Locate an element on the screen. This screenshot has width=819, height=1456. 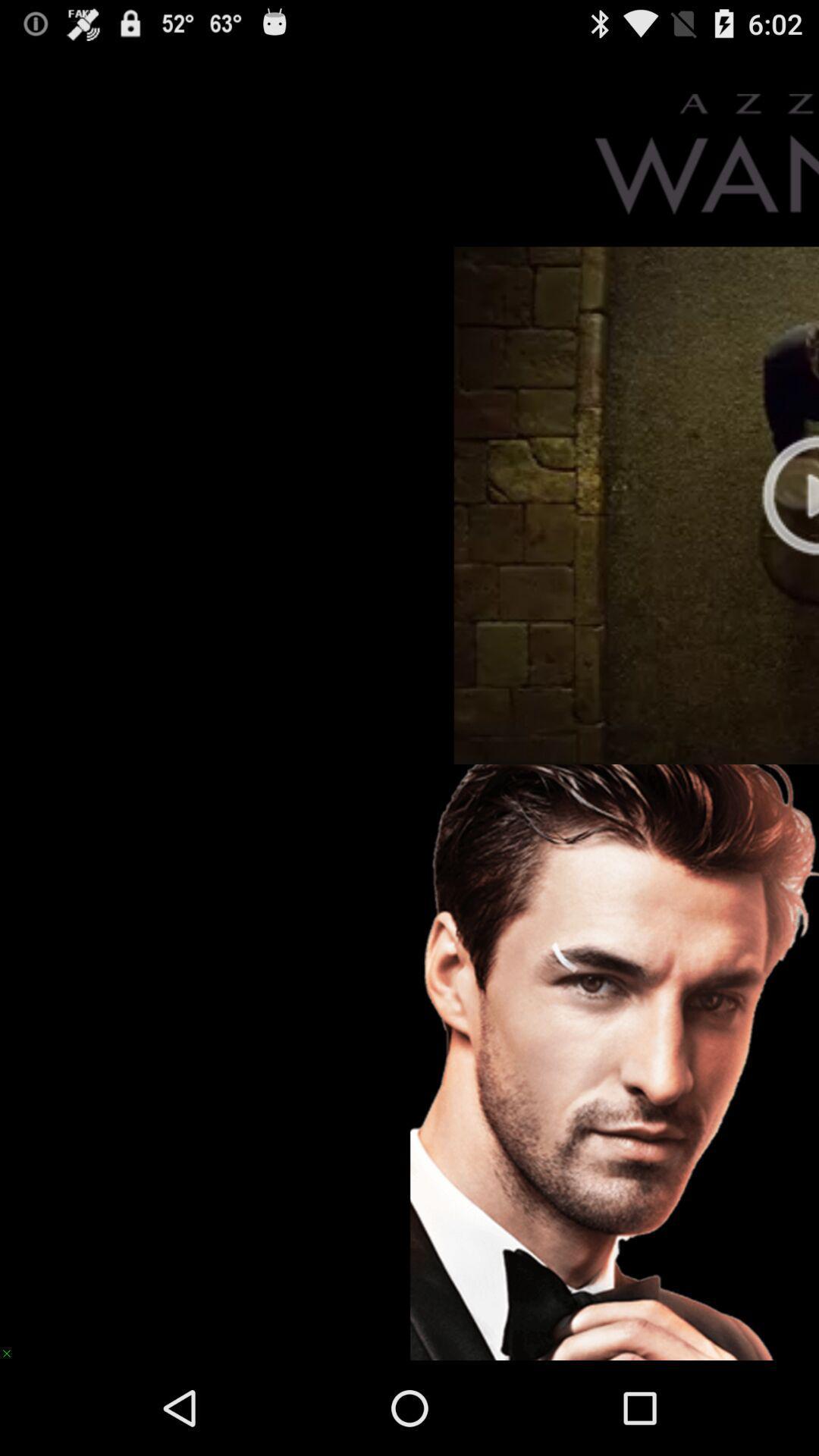
the item at the bottom left corner is located at coordinates (14, 1346).